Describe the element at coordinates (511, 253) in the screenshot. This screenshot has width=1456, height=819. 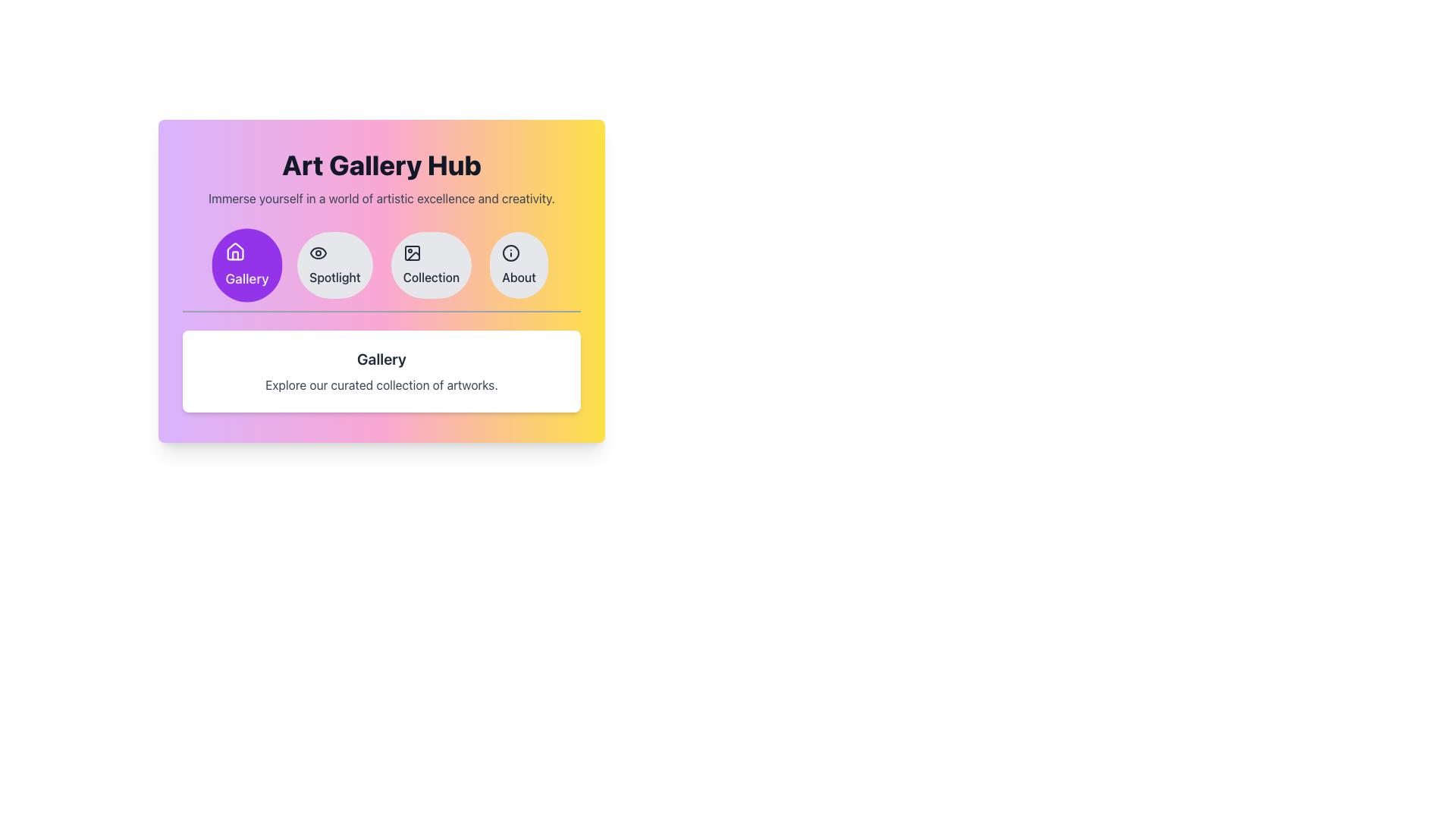
I see `the 'Info' icon located at the center of the 'About' button, which is part of a horizontal layout of four buttons` at that location.